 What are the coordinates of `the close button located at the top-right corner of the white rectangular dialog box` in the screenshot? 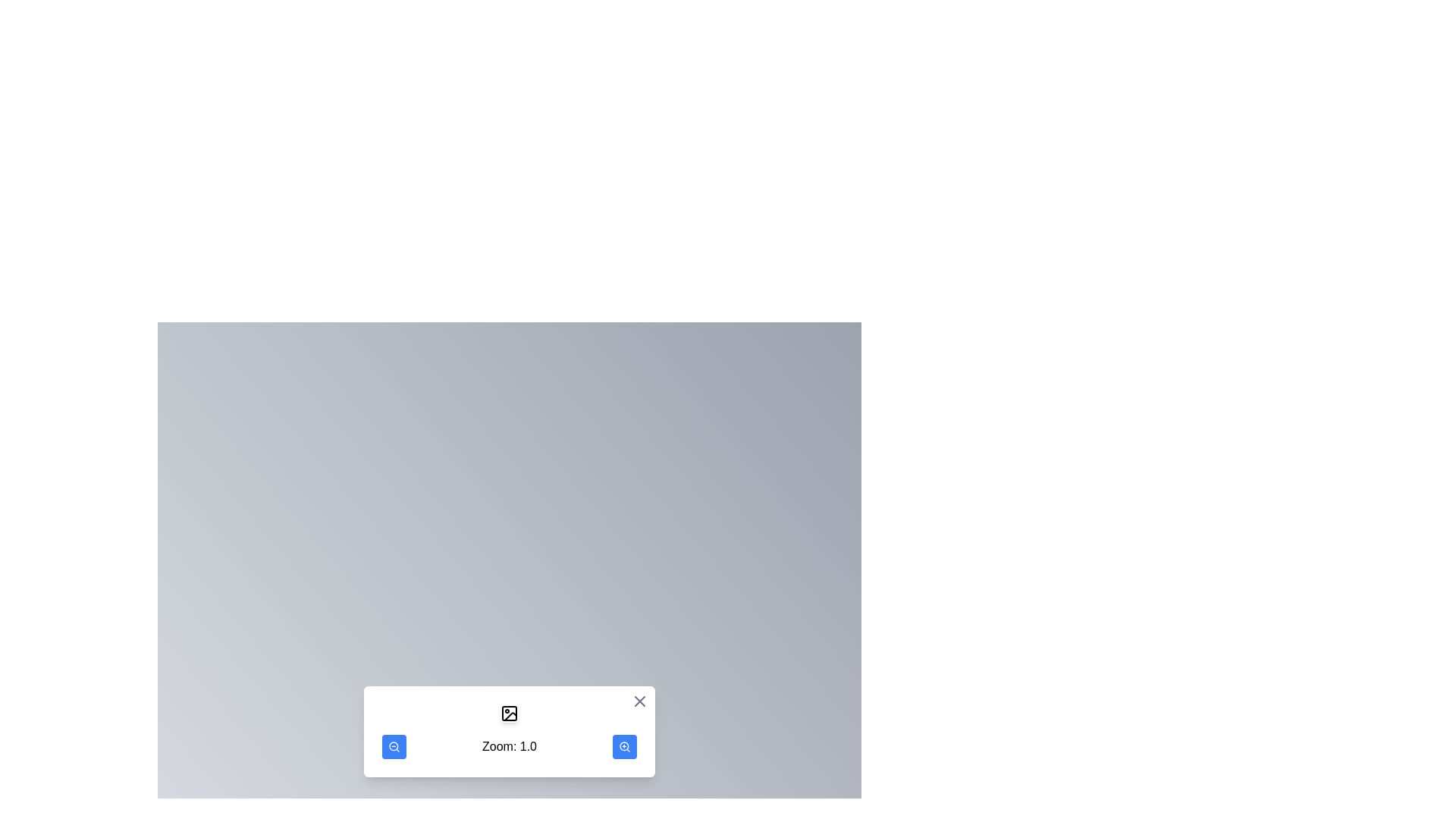 It's located at (640, 701).